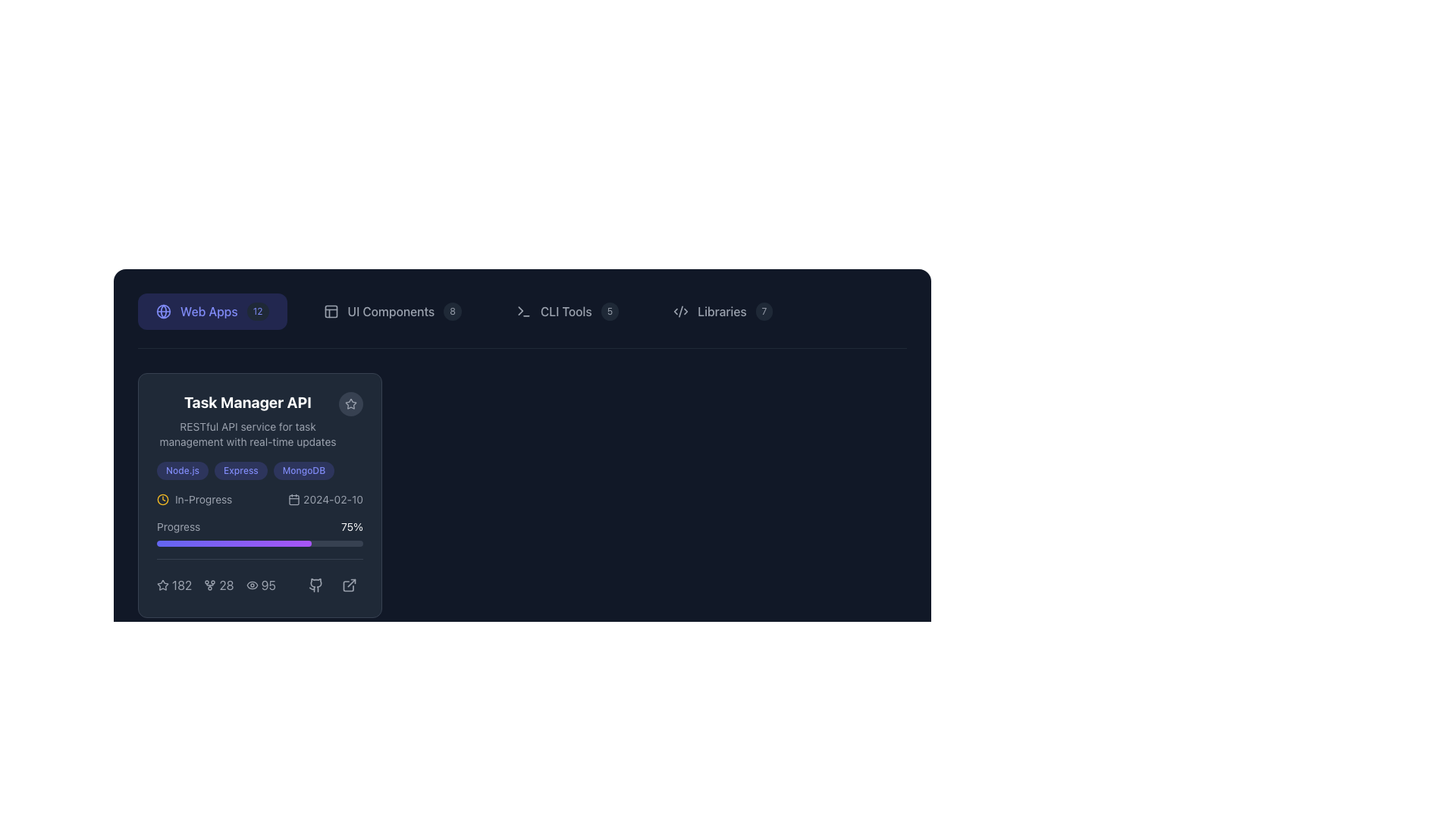 This screenshot has height=819, width=1456. What do you see at coordinates (225, 584) in the screenshot?
I see `the static text display that shows the number '28', which is part of a card layout at the bottom, with an icon resembling a branching structure on the left and the number '95' on the right` at bounding box center [225, 584].